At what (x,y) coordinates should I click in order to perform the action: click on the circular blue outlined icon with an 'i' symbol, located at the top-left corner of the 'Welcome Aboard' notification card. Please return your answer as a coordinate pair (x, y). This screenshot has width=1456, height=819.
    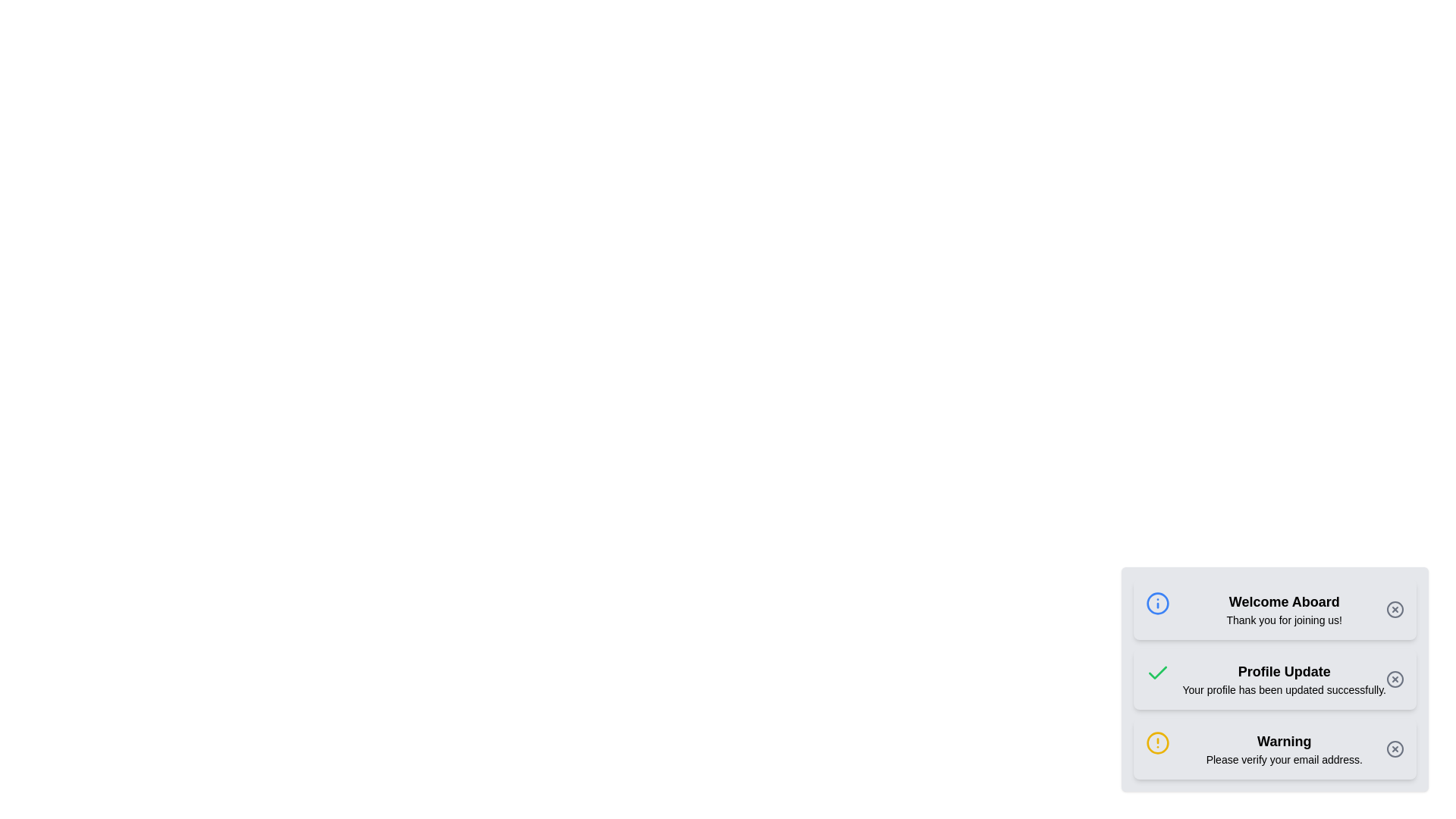
    Looking at the image, I should click on (1157, 602).